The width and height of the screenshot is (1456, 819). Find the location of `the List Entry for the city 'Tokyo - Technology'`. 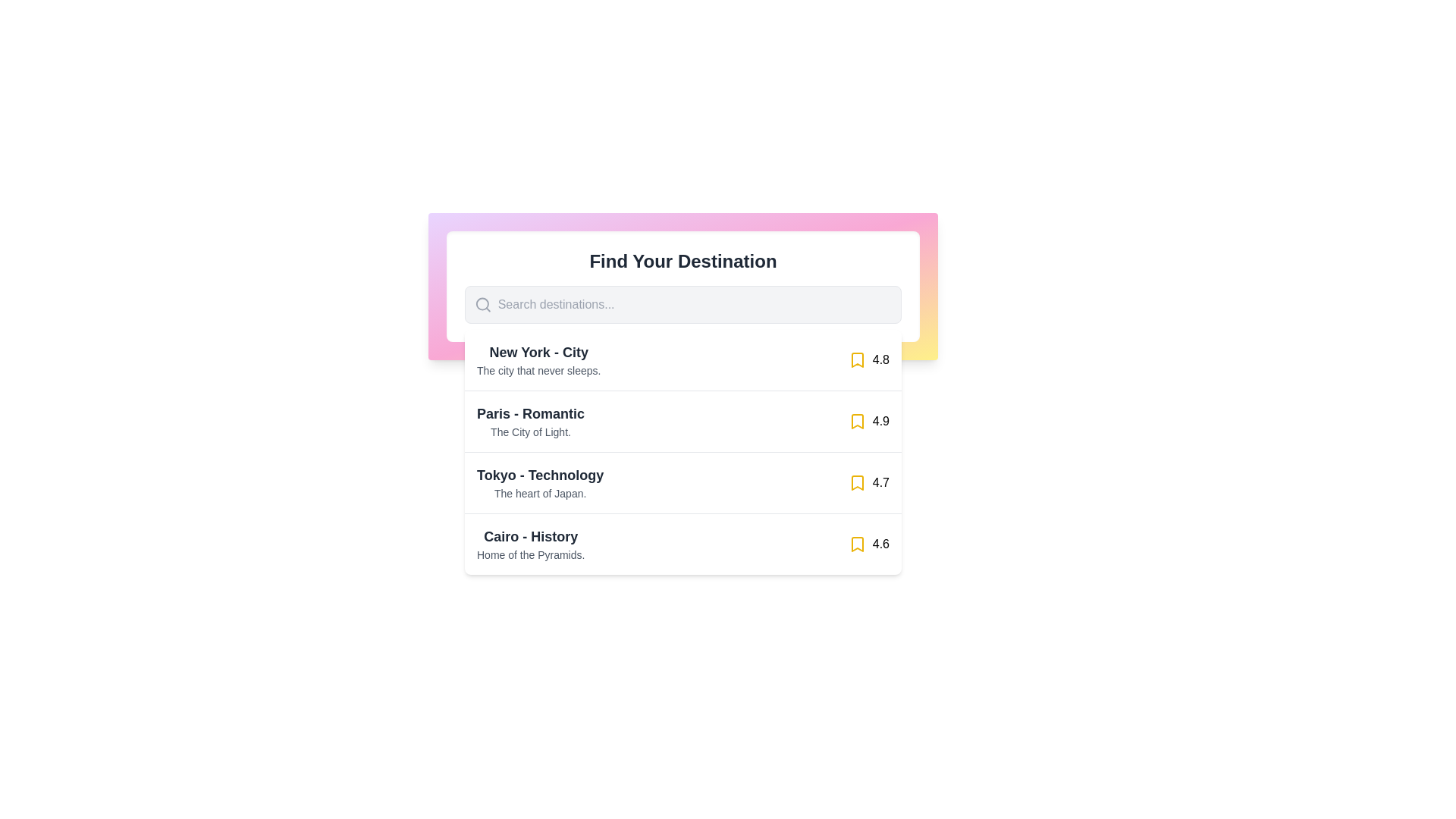

the List Entry for the city 'Tokyo - Technology' is located at coordinates (682, 451).